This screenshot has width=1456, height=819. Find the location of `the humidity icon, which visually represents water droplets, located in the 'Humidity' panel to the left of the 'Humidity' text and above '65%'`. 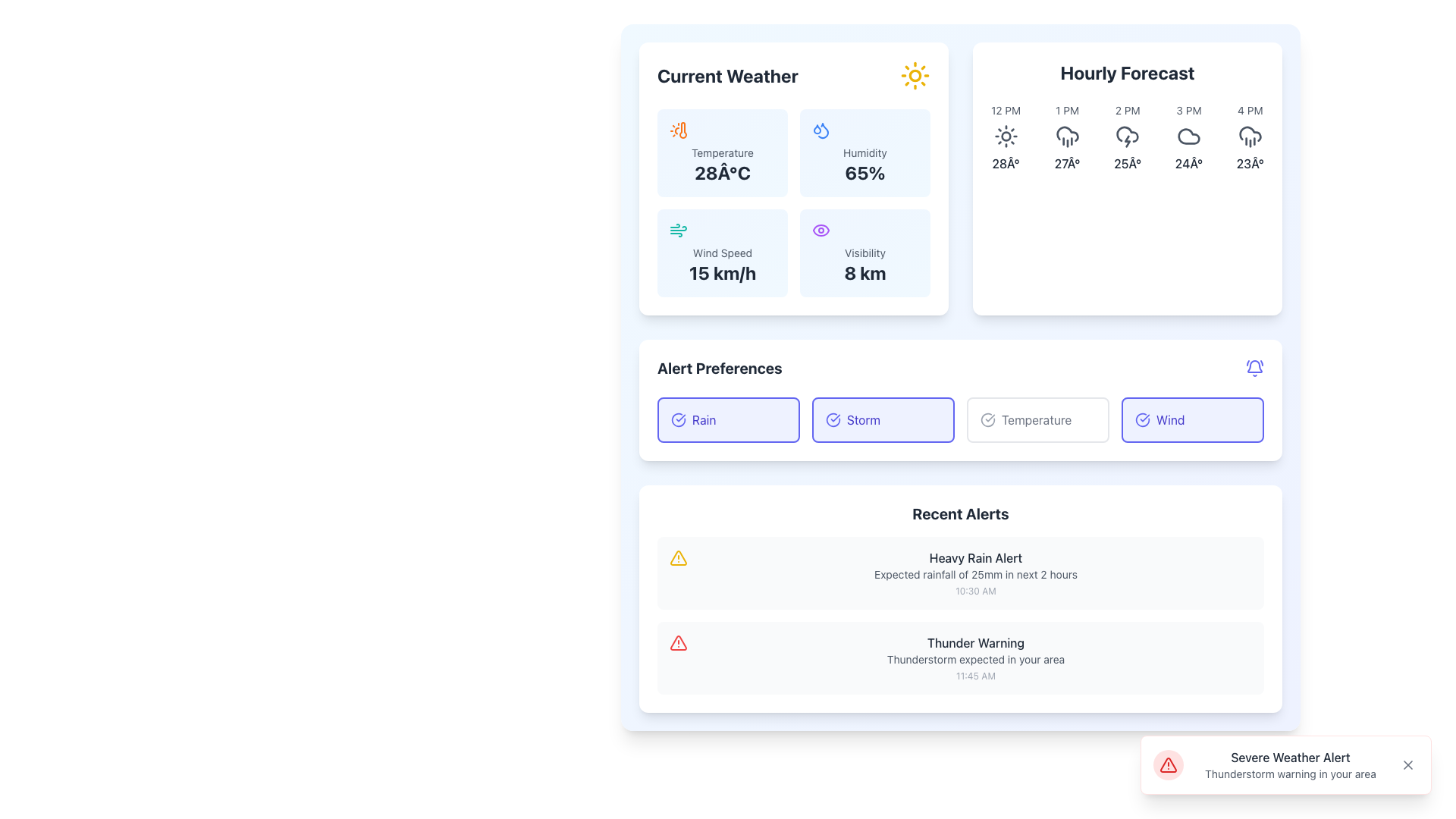

the humidity icon, which visually represents water droplets, located in the 'Humidity' panel to the left of the 'Humidity' text and above '65%' is located at coordinates (821, 130).